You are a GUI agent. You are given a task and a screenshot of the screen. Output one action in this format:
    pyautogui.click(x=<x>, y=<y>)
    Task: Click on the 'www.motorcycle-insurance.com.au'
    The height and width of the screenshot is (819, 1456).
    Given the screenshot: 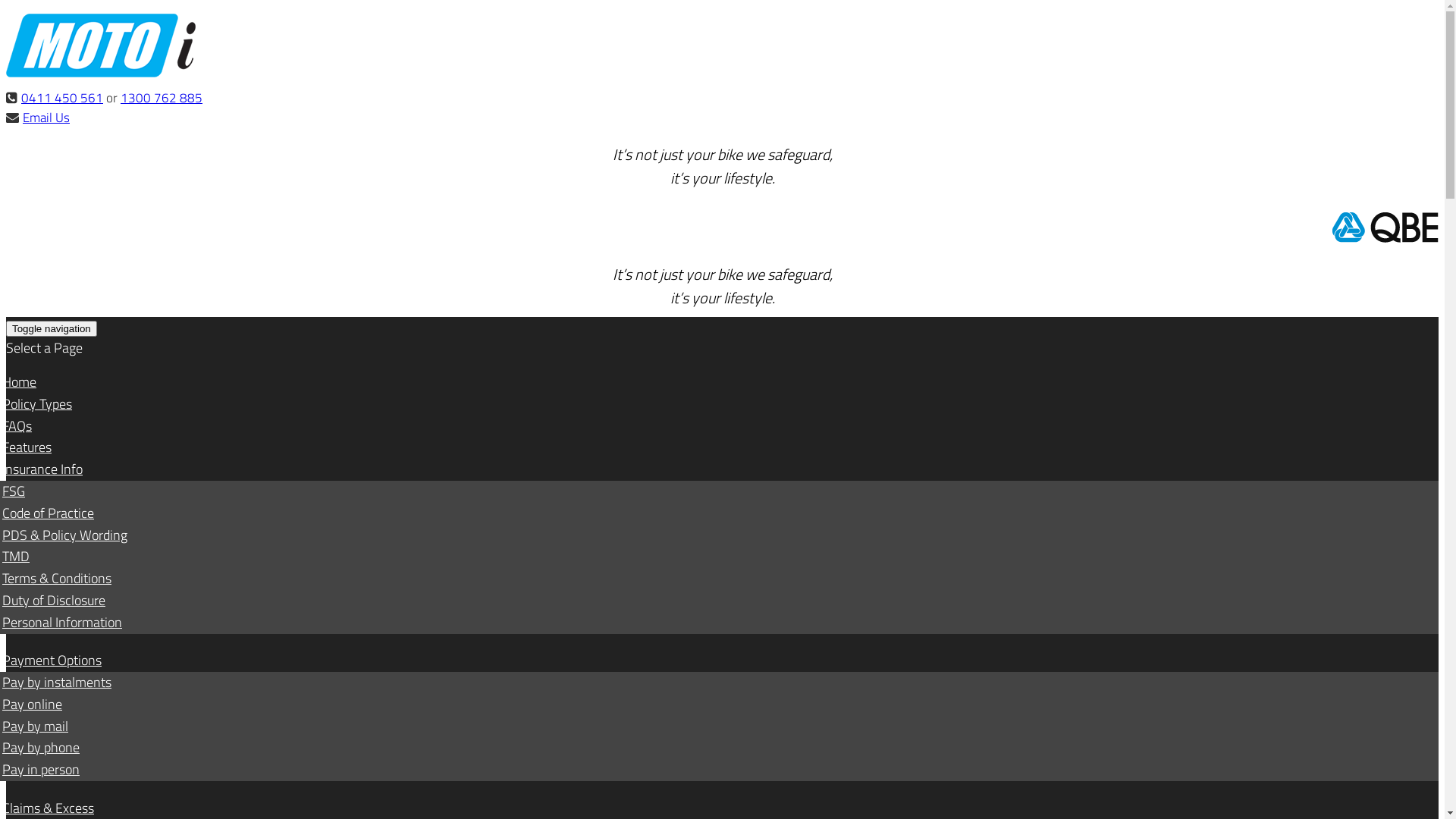 What is the action you would take?
    pyautogui.click(x=100, y=45)
    